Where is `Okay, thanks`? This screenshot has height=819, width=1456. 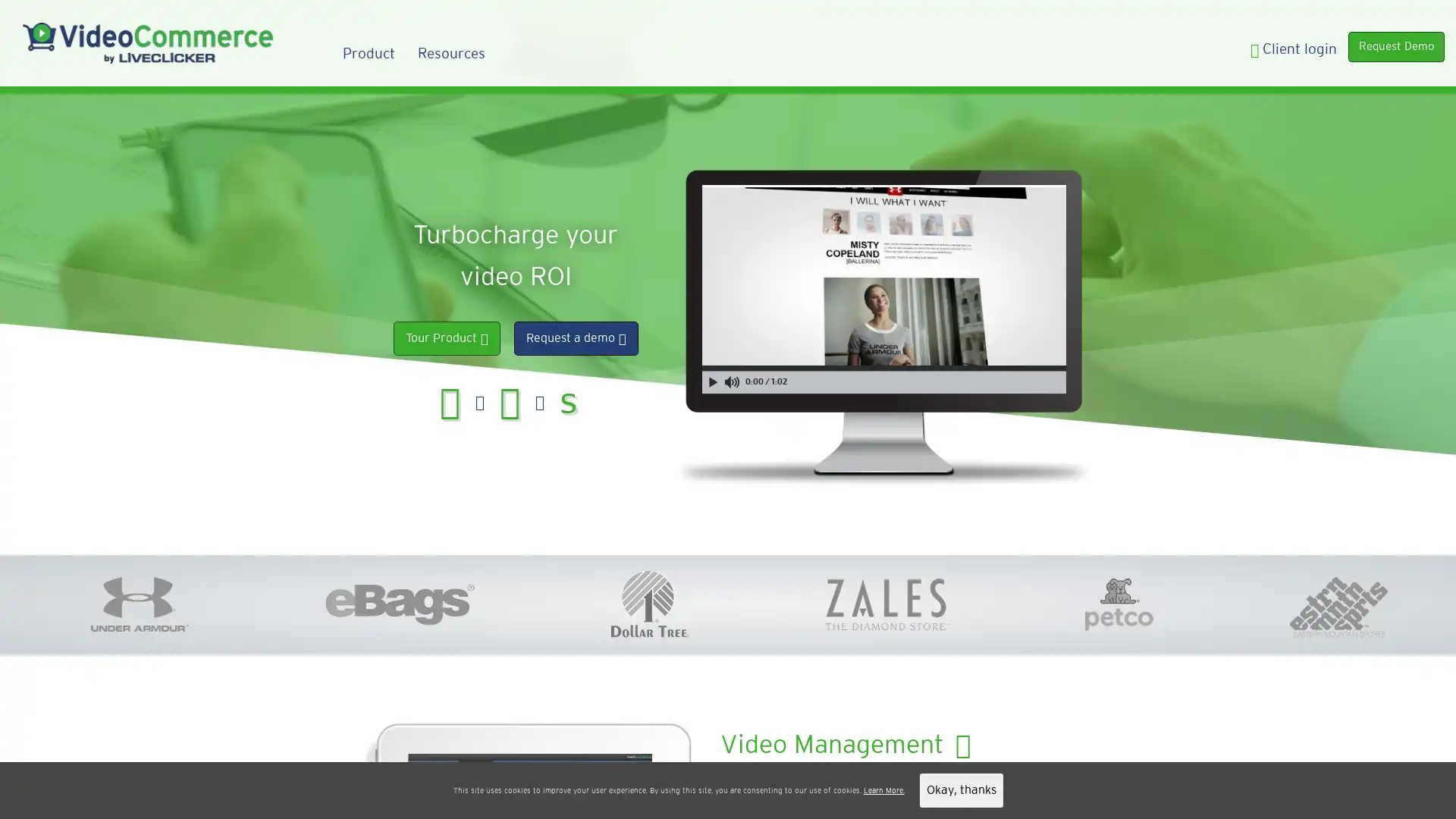 Okay, thanks is located at coordinates (960, 789).